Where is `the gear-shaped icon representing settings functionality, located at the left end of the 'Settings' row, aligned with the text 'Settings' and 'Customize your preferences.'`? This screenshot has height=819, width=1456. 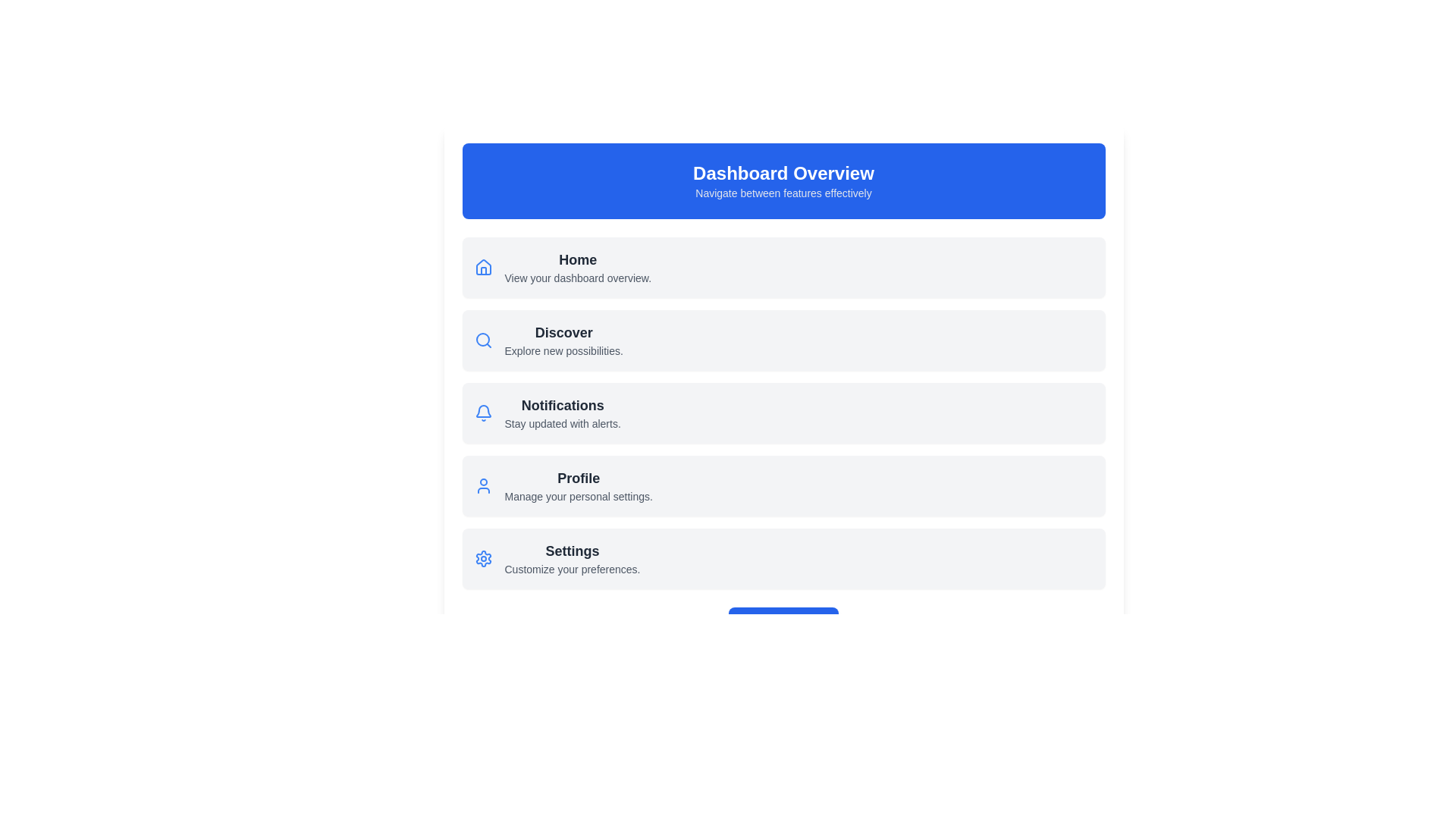 the gear-shaped icon representing settings functionality, located at the left end of the 'Settings' row, aligned with the text 'Settings' and 'Customize your preferences.' is located at coordinates (482, 558).